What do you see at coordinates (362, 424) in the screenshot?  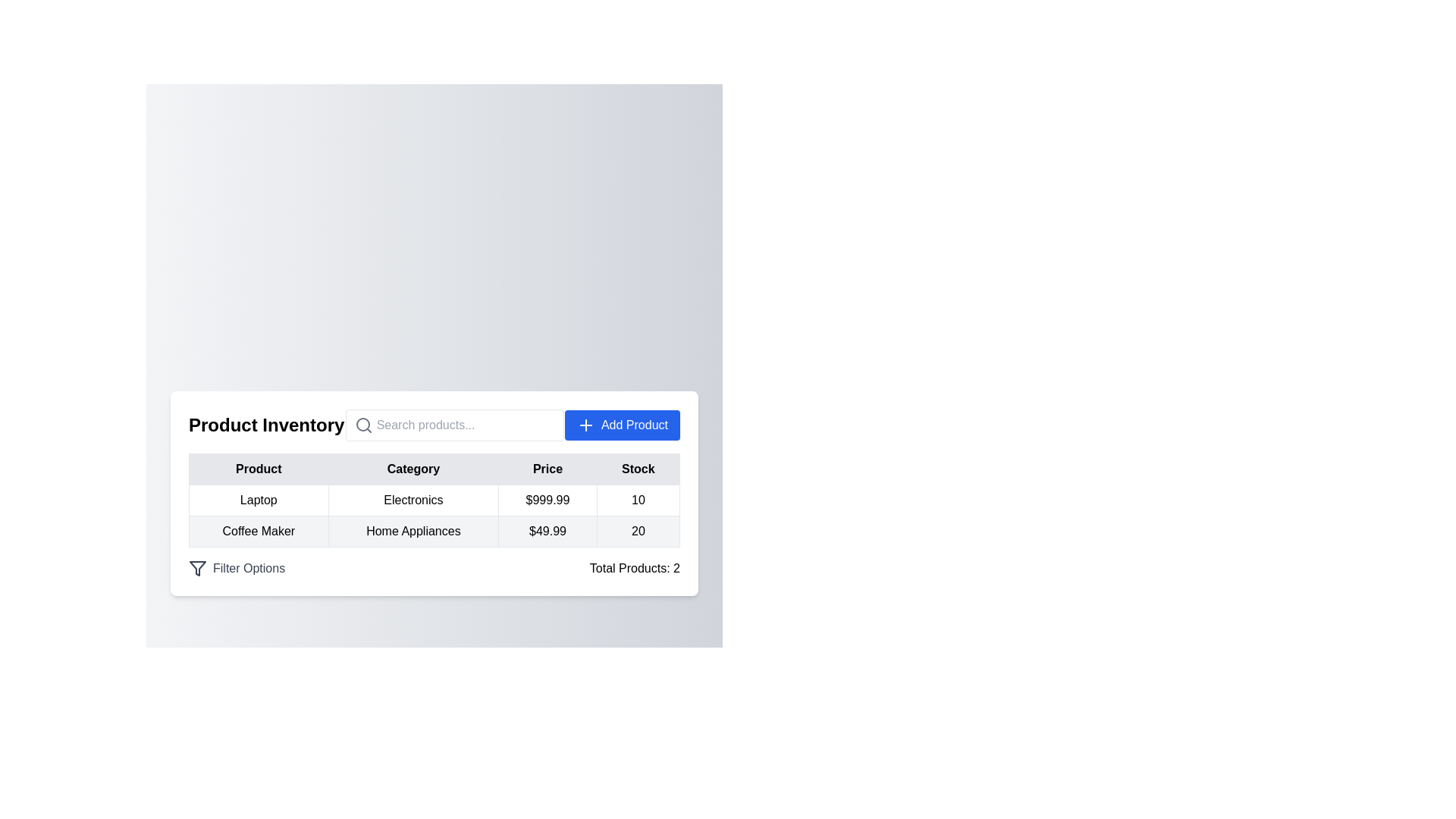 I see `the SVG Circle Component that is part of the search icon, located at the left end of the search bar` at bounding box center [362, 424].